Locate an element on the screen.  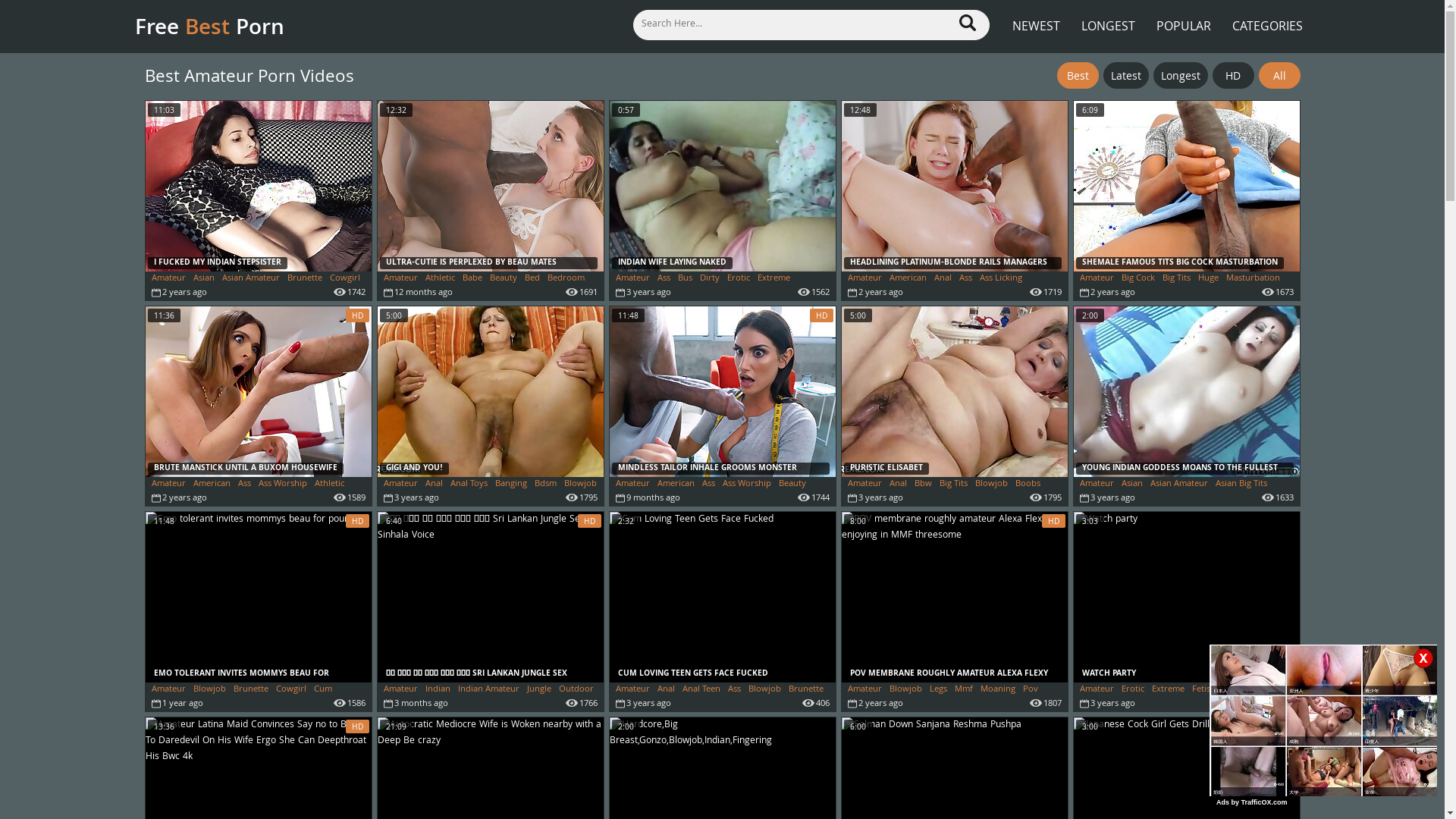
'ULTRA-CUTIE IS PERPLEXED BY BEAU MATES MONSTER EBONY CHISEL' is located at coordinates (491, 185).